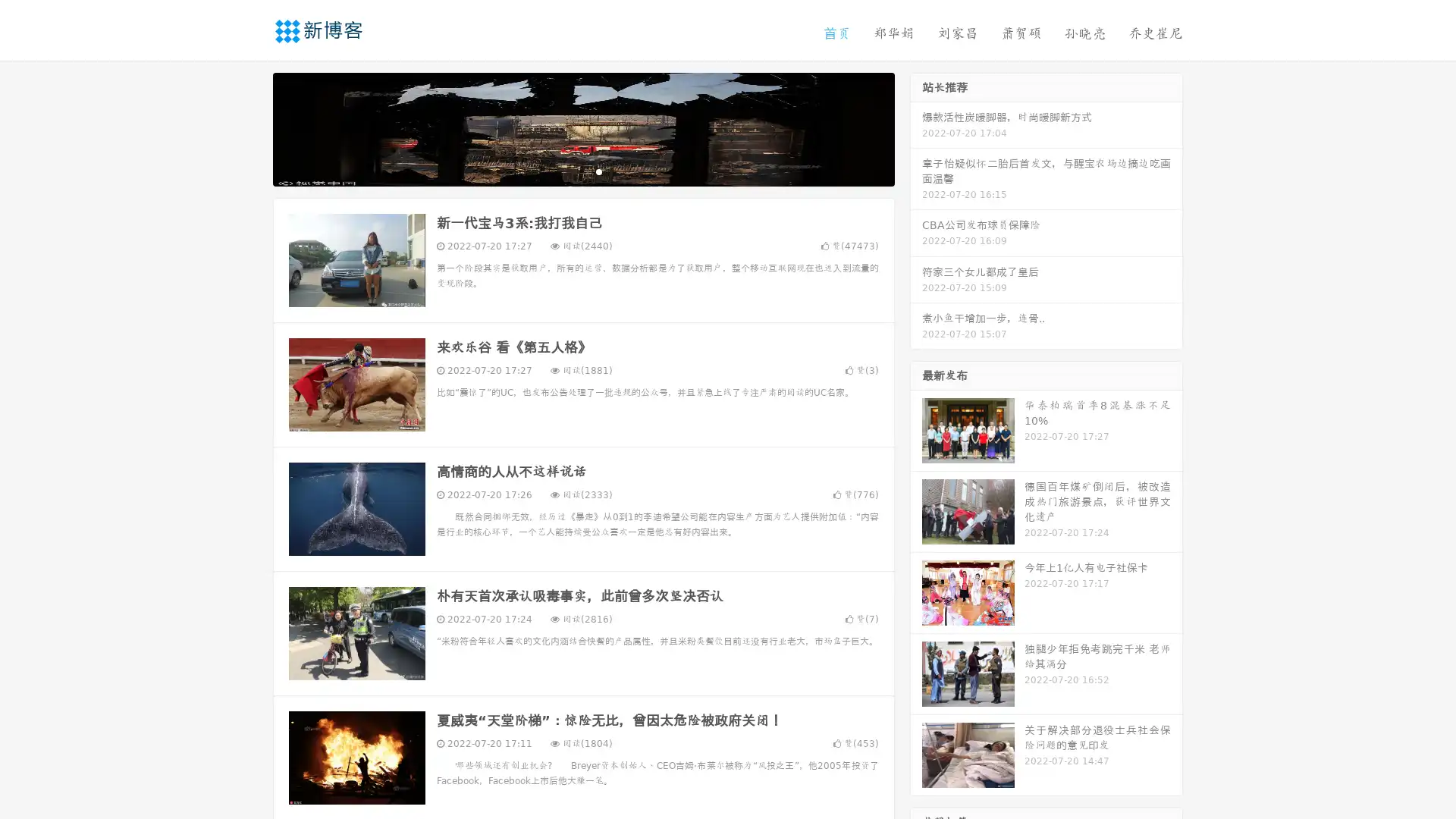 Image resolution: width=1456 pixels, height=819 pixels. I want to click on Go to slide 2, so click(582, 171).